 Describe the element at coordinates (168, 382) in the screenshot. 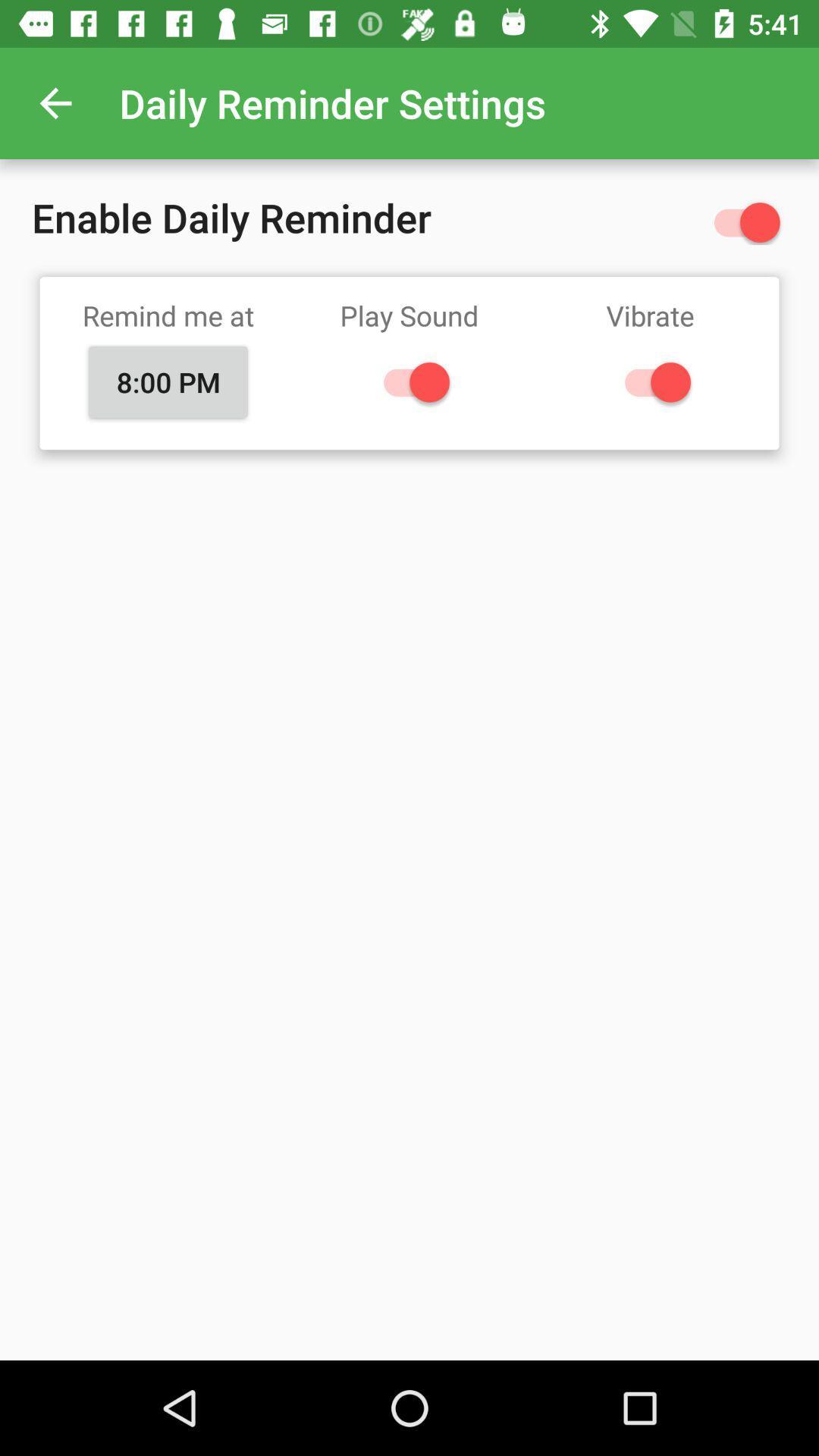

I see `icon next to play sound item` at that location.